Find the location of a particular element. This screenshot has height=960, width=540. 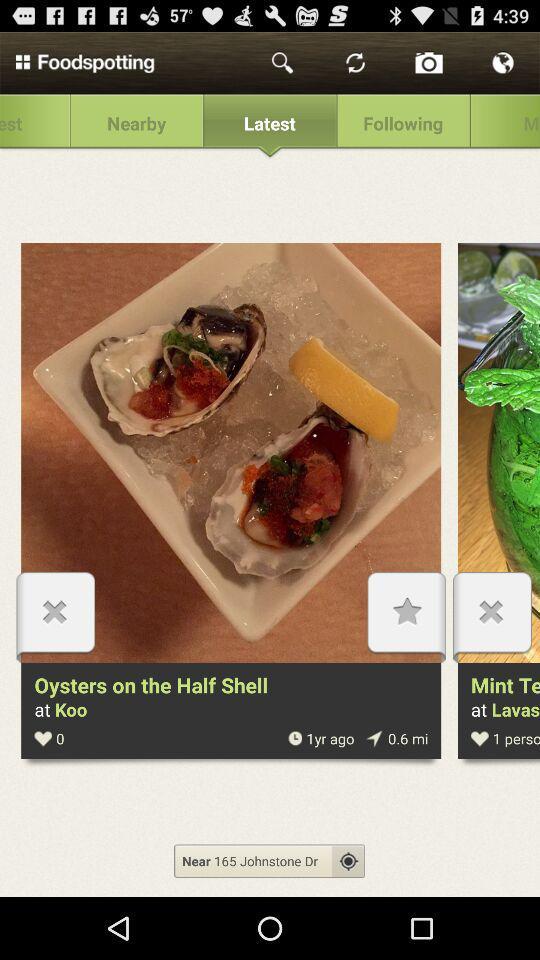

the star icon is located at coordinates (405, 653).